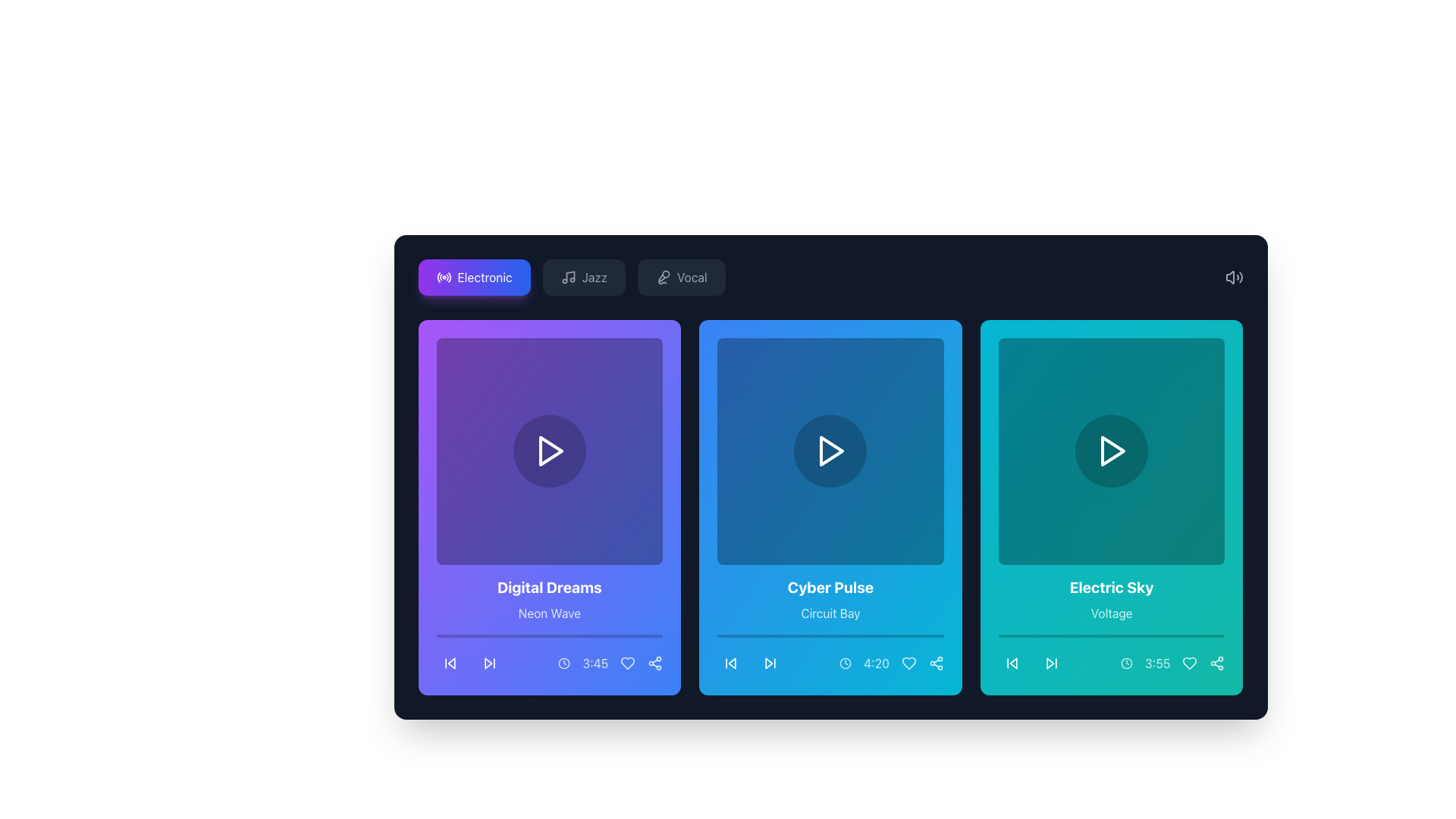 The width and height of the screenshot is (1456, 819). What do you see at coordinates (1050, 662) in the screenshot?
I see `the 'skip to next track' button located in the media controls section of the 'Electric Sky' tile` at bounding box center [1050, 662].